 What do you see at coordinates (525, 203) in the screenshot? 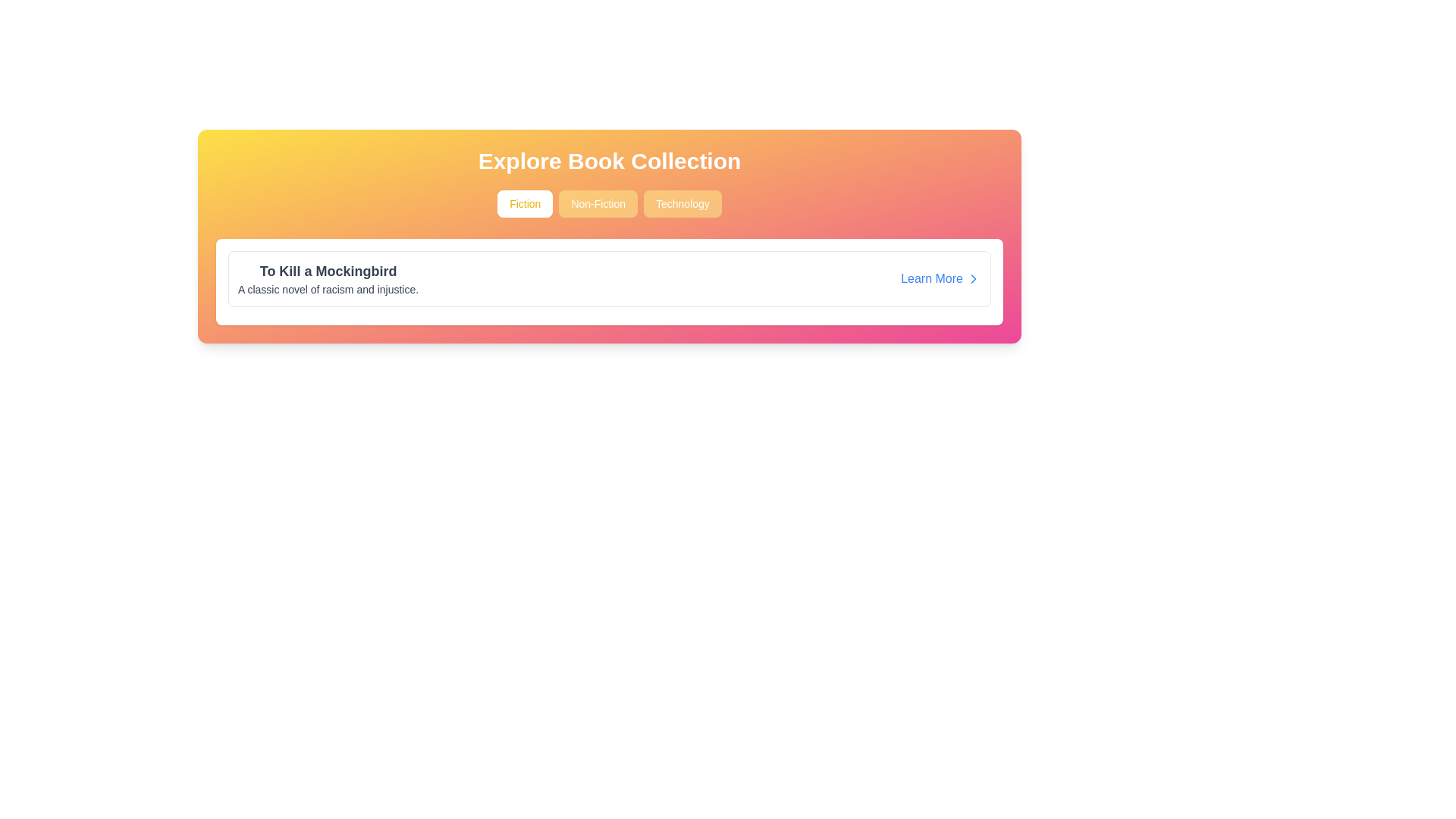
I see `the 'Fiction' books filter button, which is the leftmost button in a horizontal row of three buttons above the book details card` at bounding box center [525, 203].